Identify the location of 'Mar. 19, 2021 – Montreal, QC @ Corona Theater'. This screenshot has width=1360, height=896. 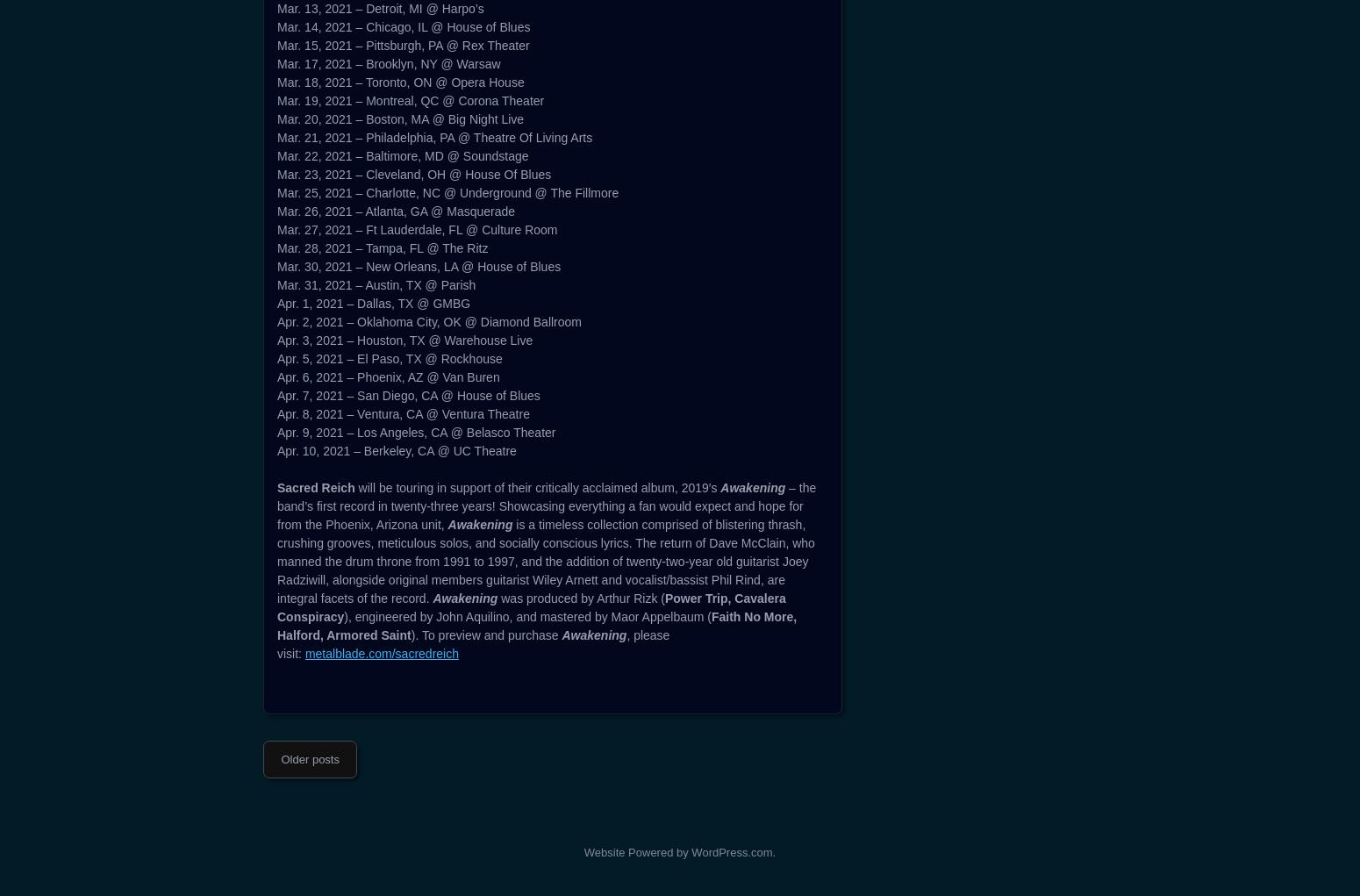
(409, 612).